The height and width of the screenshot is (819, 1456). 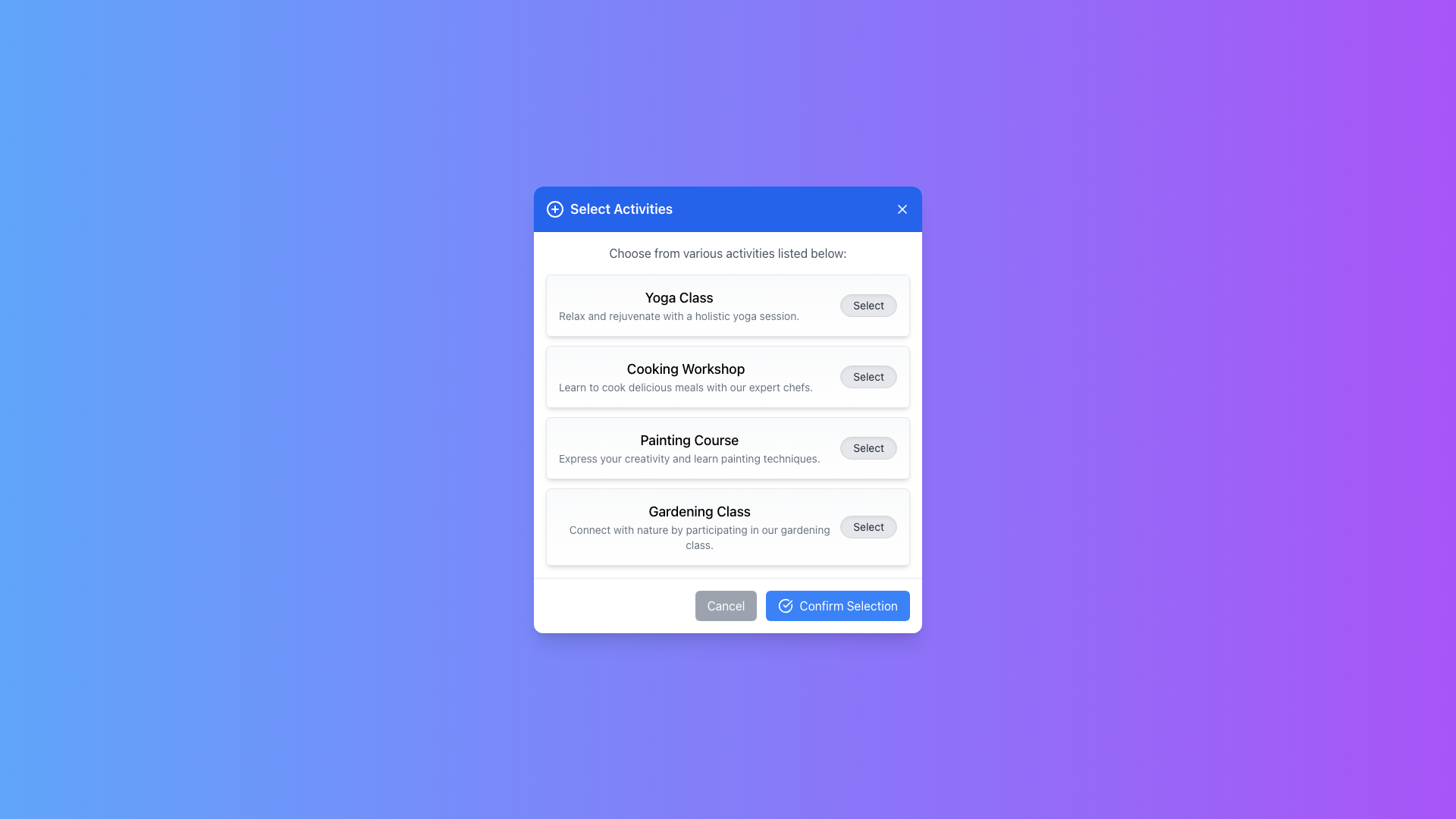 What do you see at coordinates (609, 209) in the screenshot?
I see `the 'Select Activities' title group with icon` at bounding box center [609, 209].